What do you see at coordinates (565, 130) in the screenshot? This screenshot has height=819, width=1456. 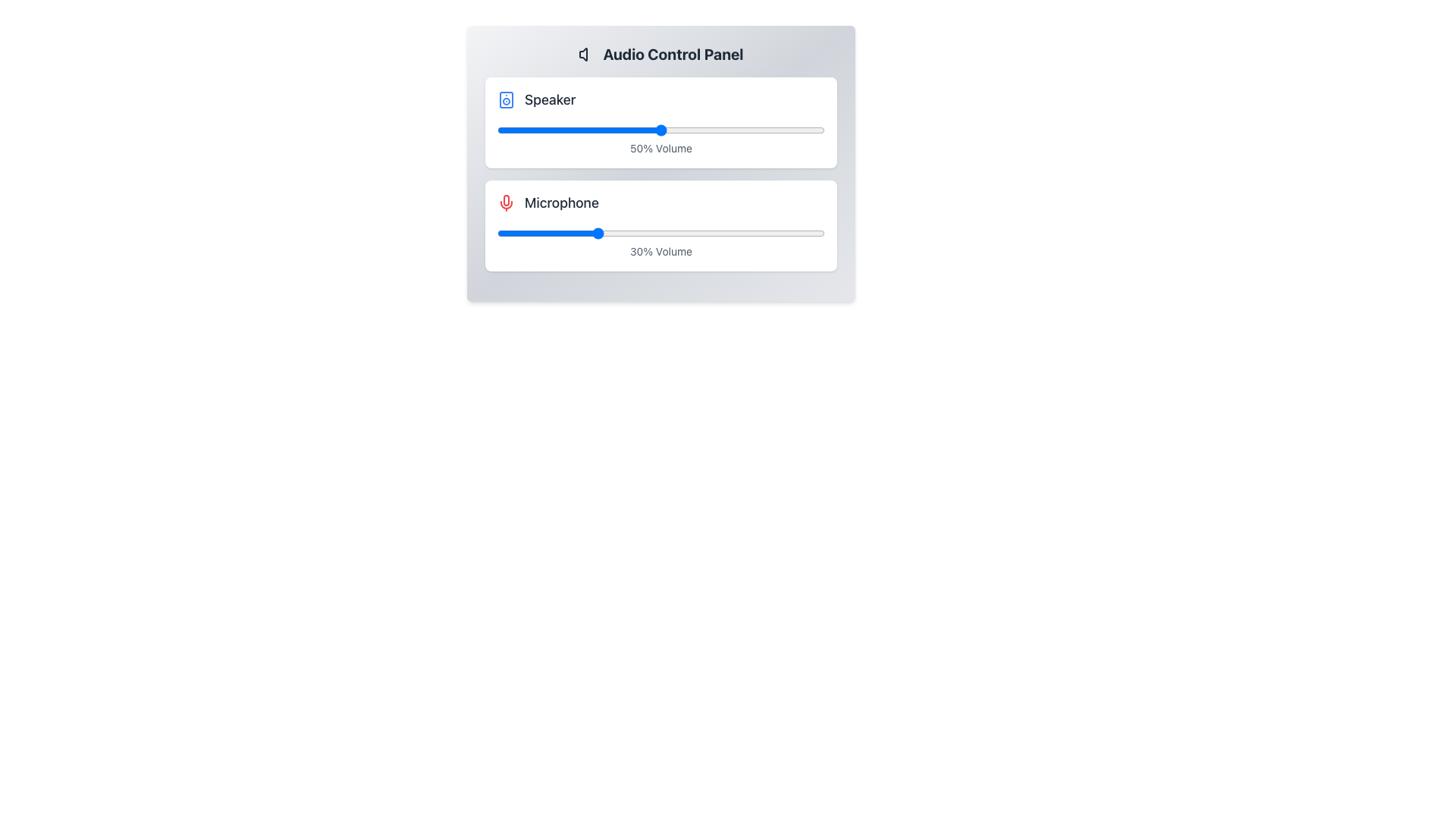 I see `the slider value` at bounding box center [565, 130].